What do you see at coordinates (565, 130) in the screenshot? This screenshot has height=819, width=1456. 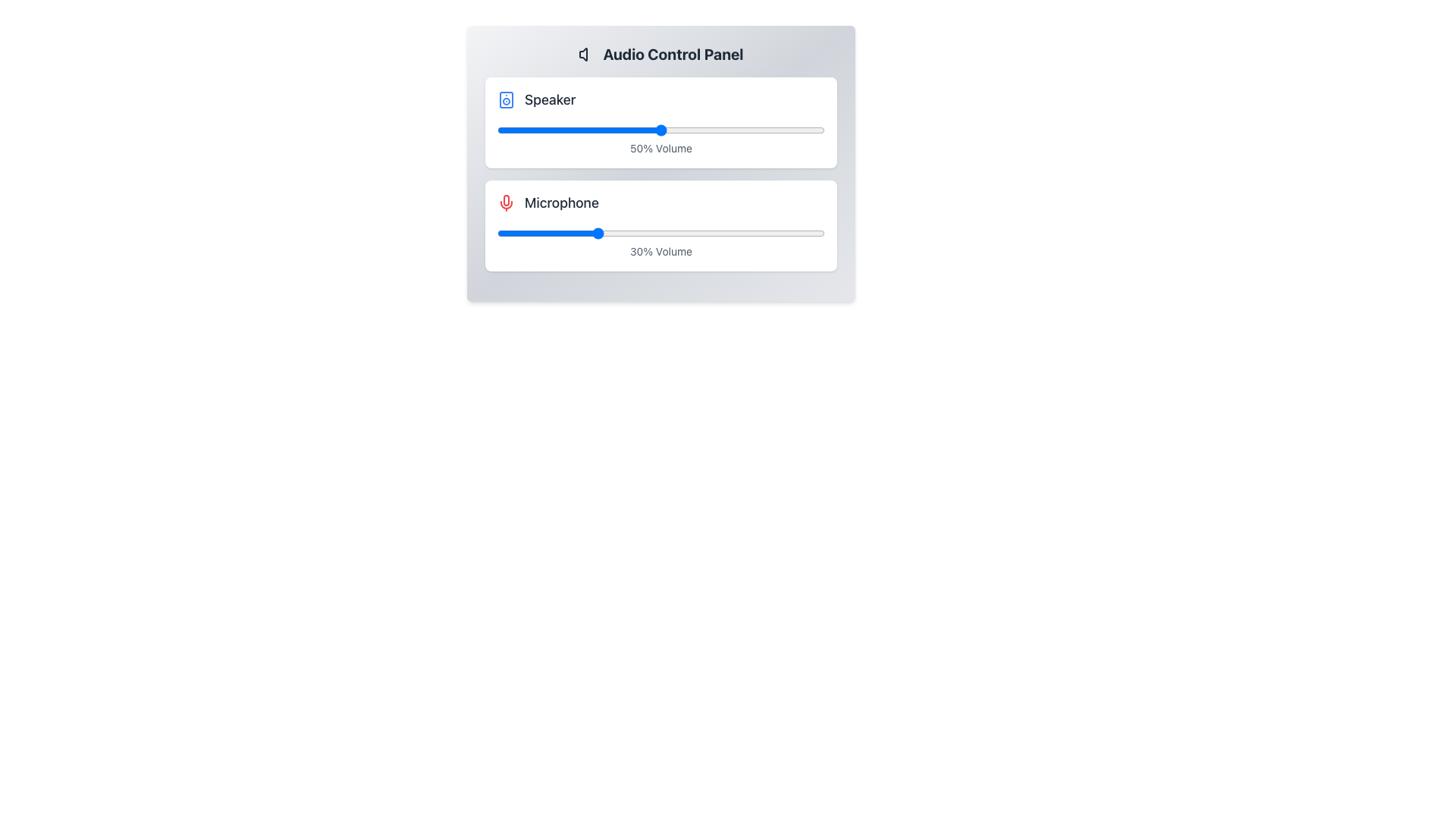 I see `the slider value` at bounding box center [565, 130].